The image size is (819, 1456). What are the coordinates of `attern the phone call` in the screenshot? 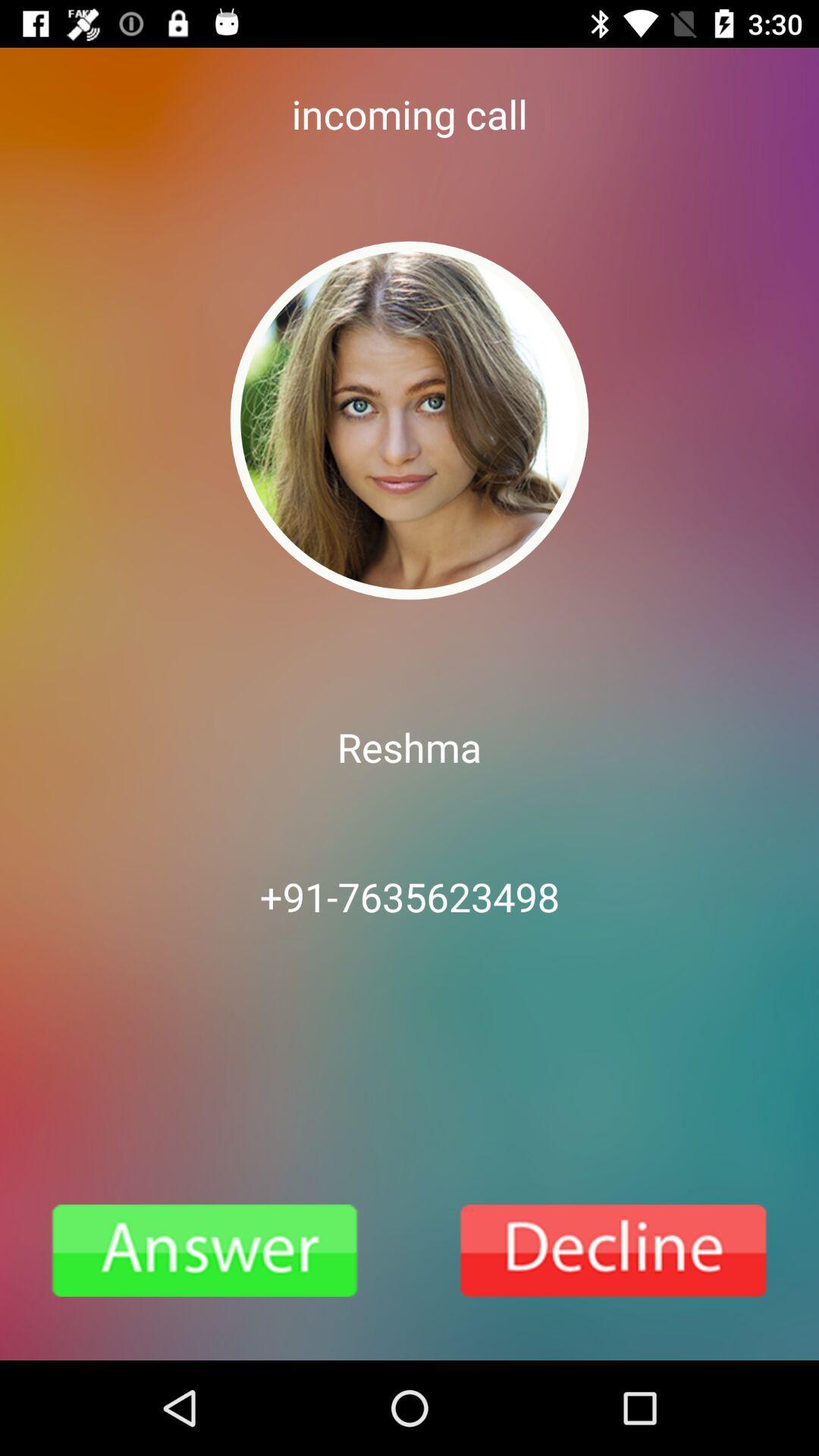 It's located at (205, 1250).